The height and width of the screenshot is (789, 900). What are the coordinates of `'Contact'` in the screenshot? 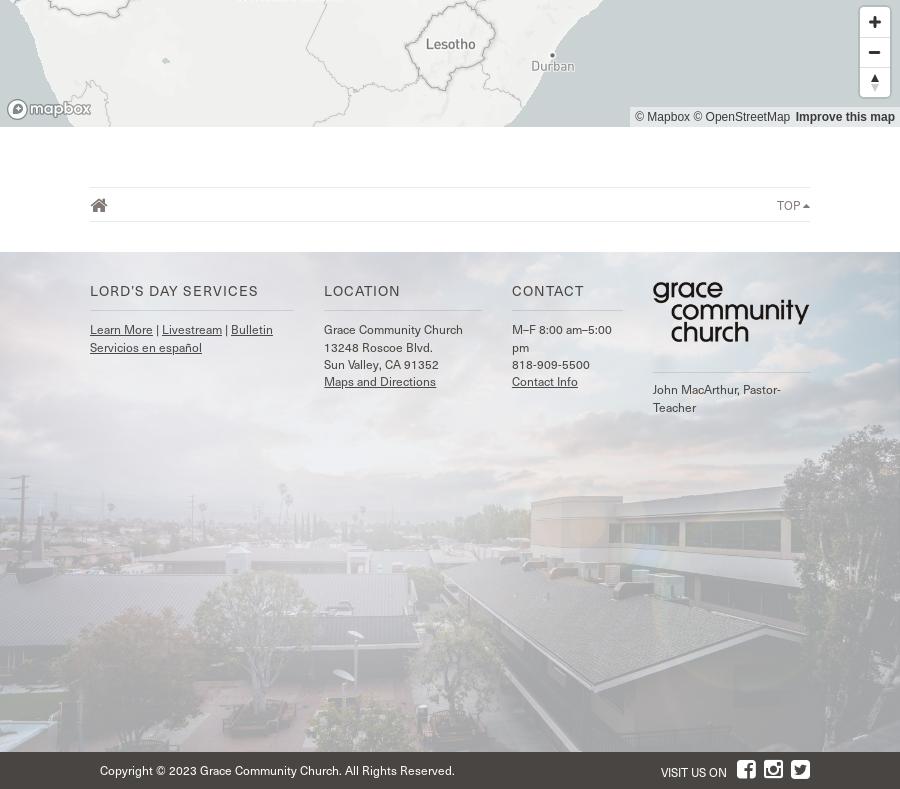 It's located at (546, 290).